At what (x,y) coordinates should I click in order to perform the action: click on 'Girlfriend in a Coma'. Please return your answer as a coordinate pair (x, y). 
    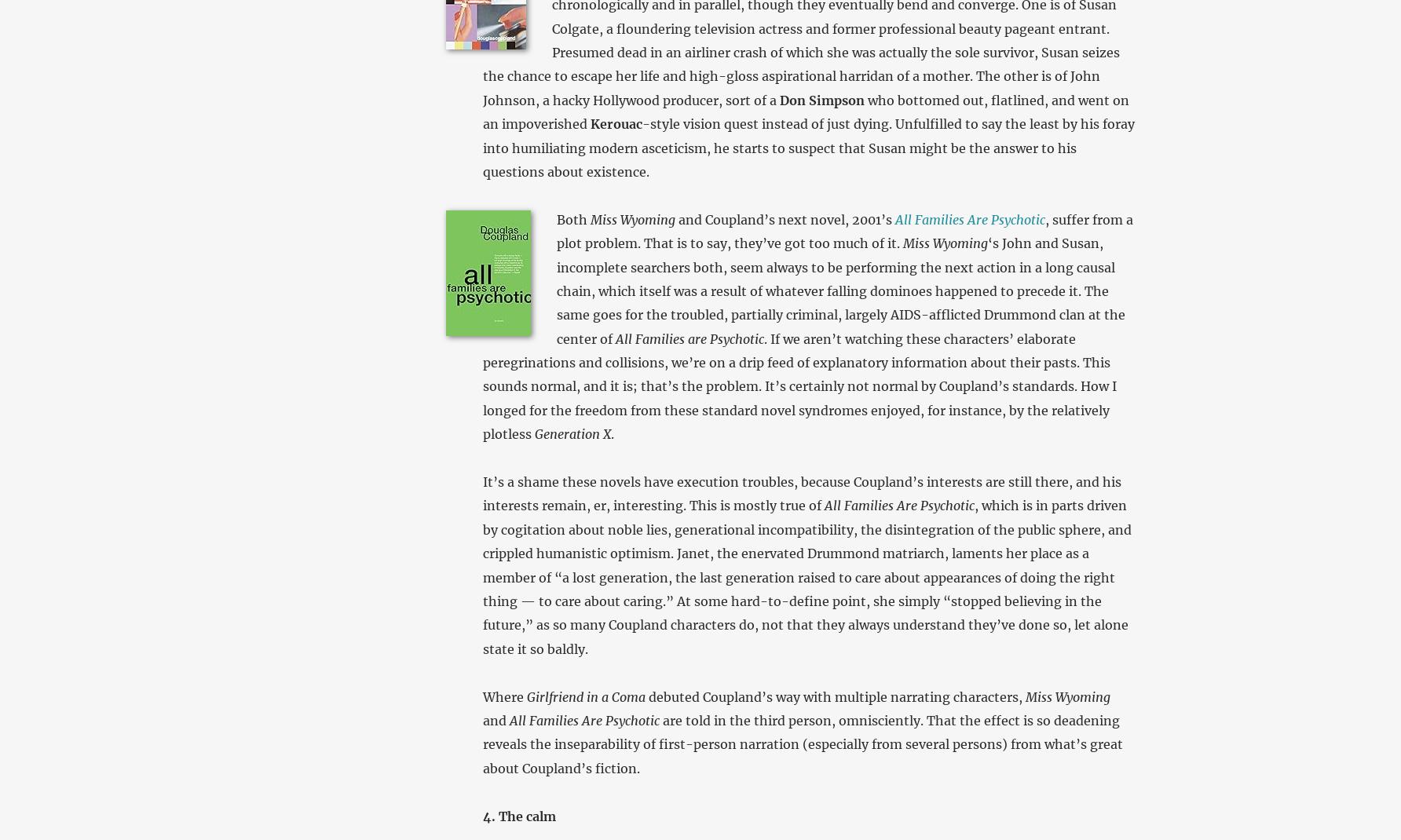
    Looking at the image, I should click on (585, 696).